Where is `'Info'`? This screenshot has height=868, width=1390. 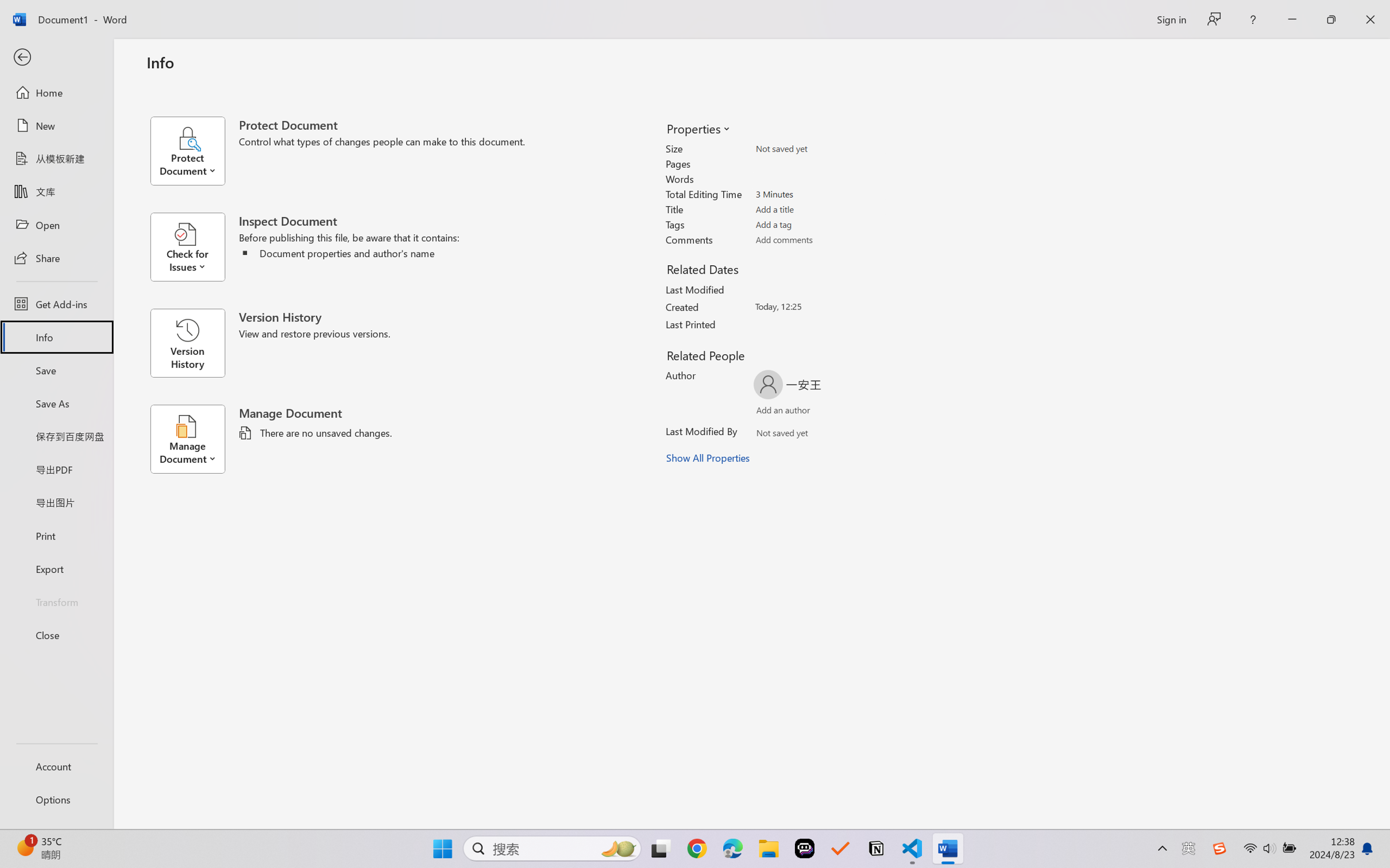 'Info' is located at coordinates (56, 336).